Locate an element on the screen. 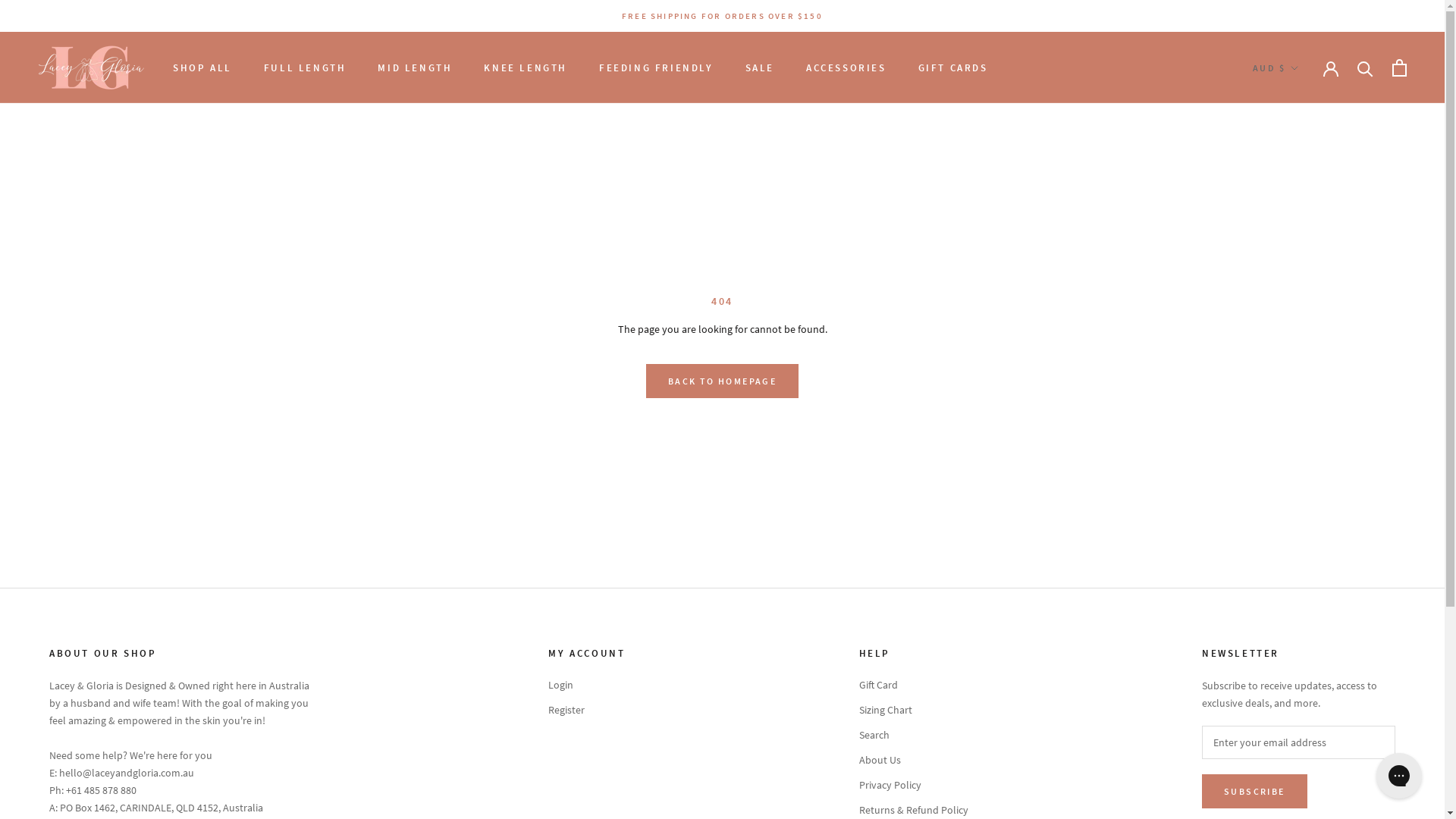 The image size is (1456, 819). 'ACCESSORIES is located at coordinates (846, 67).